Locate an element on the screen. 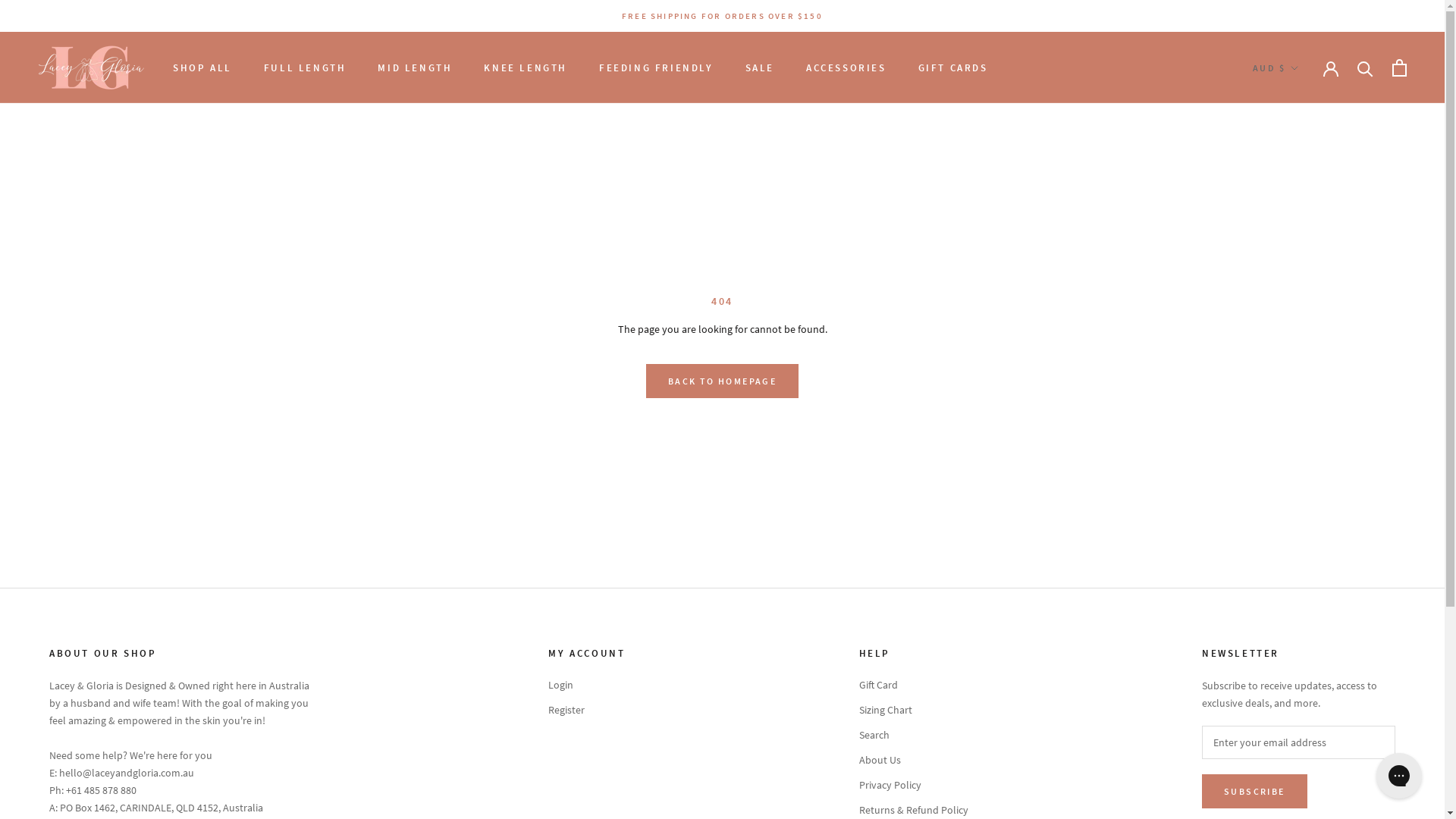 The image size is (1456, 819). 'ACCESSORIES is located at coordinates (846, 67).